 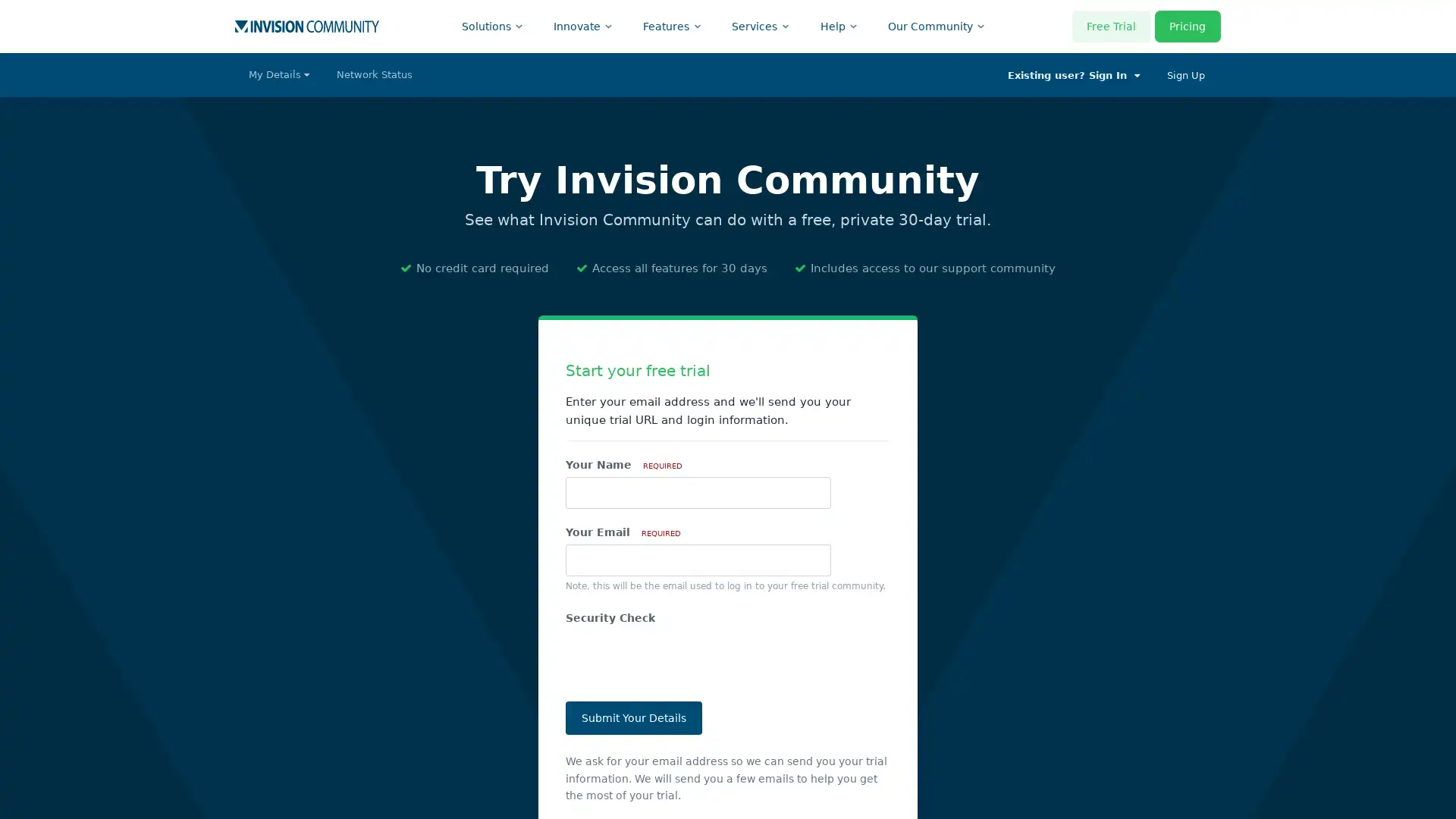 I want to click on Innovate, so click(x=582, y=26).